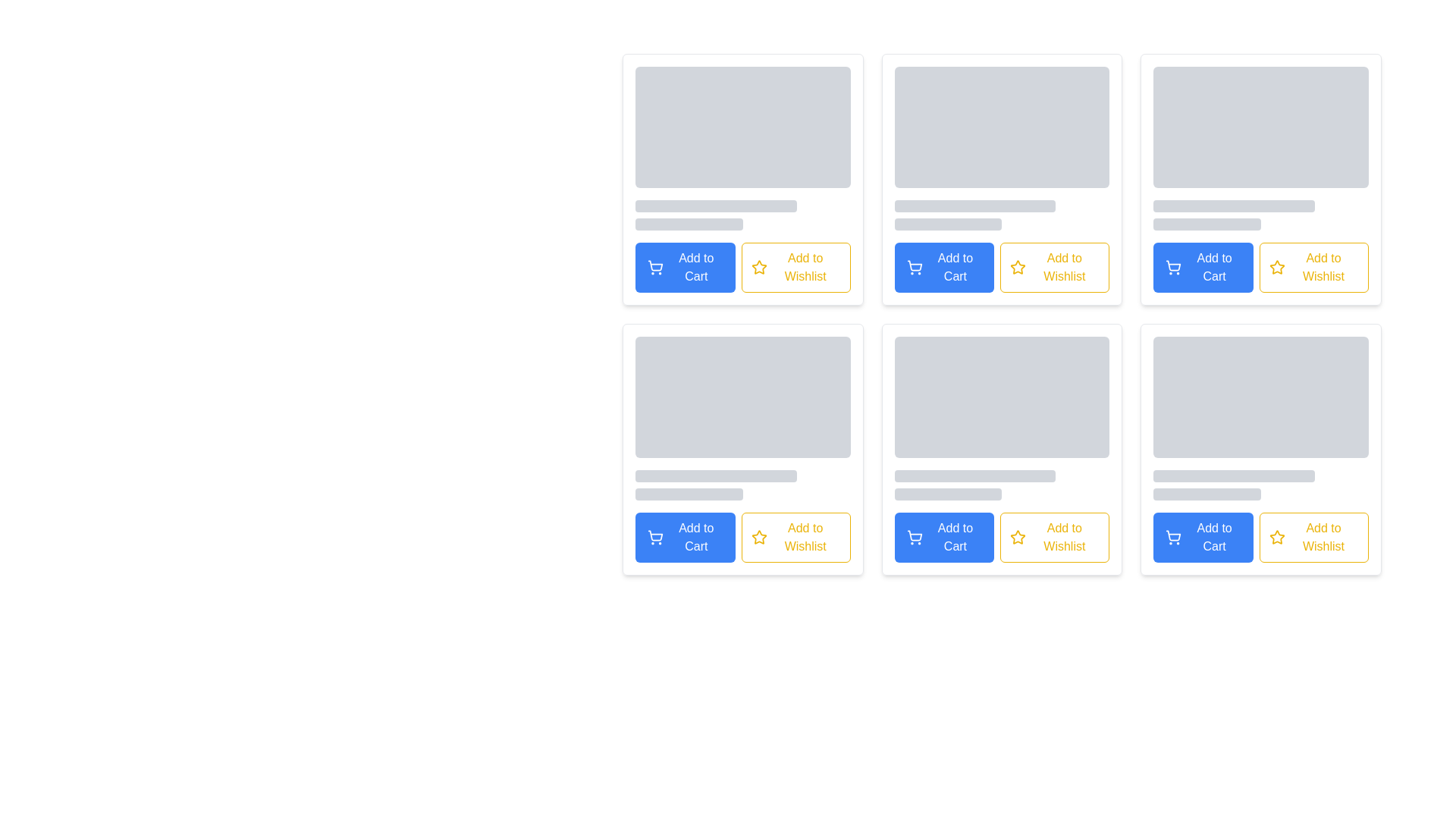 Image resolution: width=1456 pixels, height=819 pixels. Describe the element at coordinates (655, 537) in the screenshot. I see `the shopping cart icon within the blue 'Add to Cart' button located in the bottom-left of the grid` at that location.